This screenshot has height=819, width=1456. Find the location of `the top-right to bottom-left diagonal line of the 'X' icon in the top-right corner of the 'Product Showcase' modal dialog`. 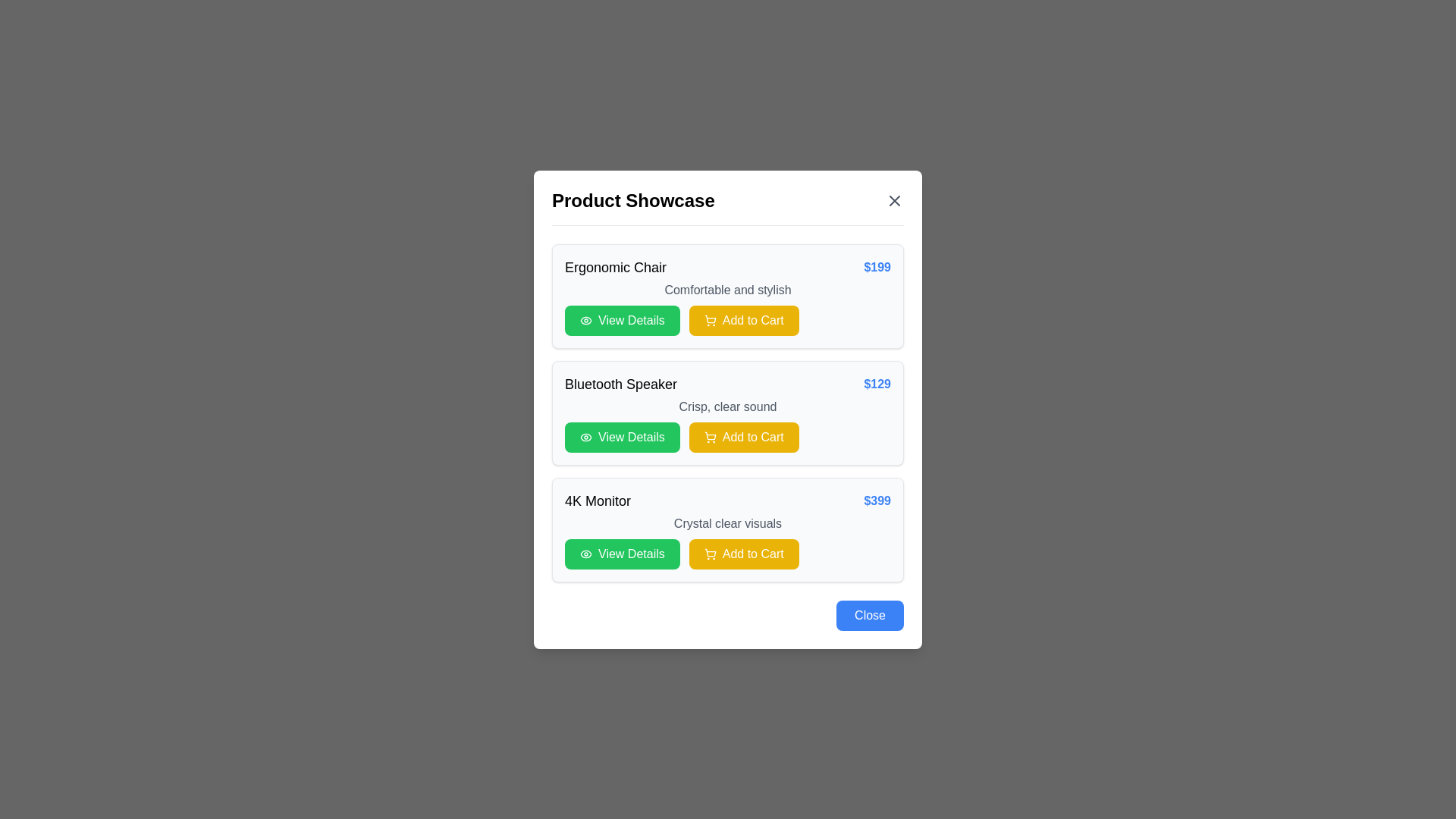

the top-right to bottom-left diagonal line of the 'X' icon in the top-right corner of the 'Product Showcase' modal dialog is located at coordinates (895, 199).